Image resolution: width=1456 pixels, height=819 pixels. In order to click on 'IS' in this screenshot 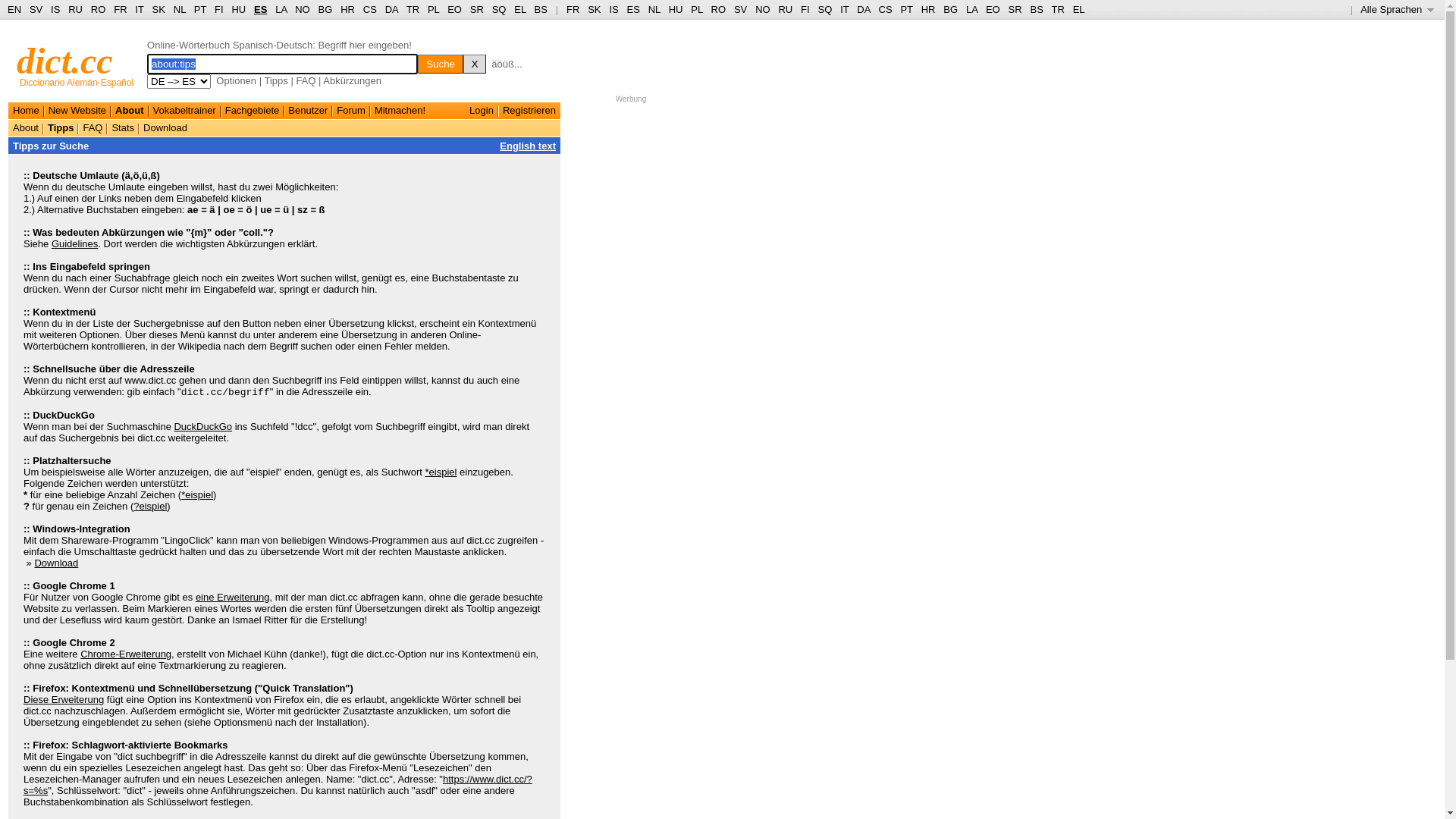, I will do `click(613, 9)`.